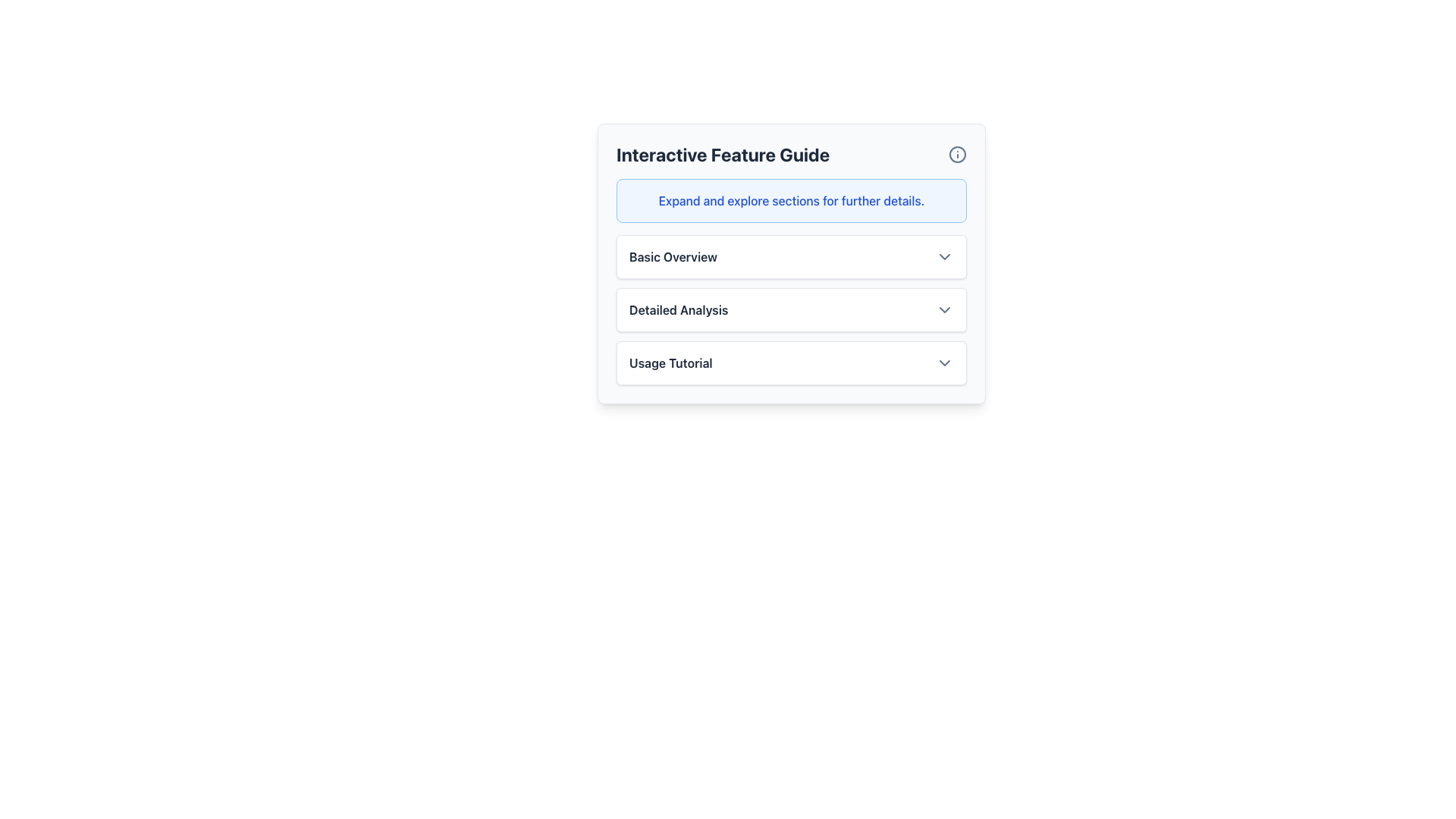 This screenshot has height=819, width=1456. What do you see at coordinates (956, 155) in the screenshot?
I see `the SVG Circle Element of the information icon located in the upper-right corner of the 'Interactive Feature Guide' panel` at bounding box center [956, 155].